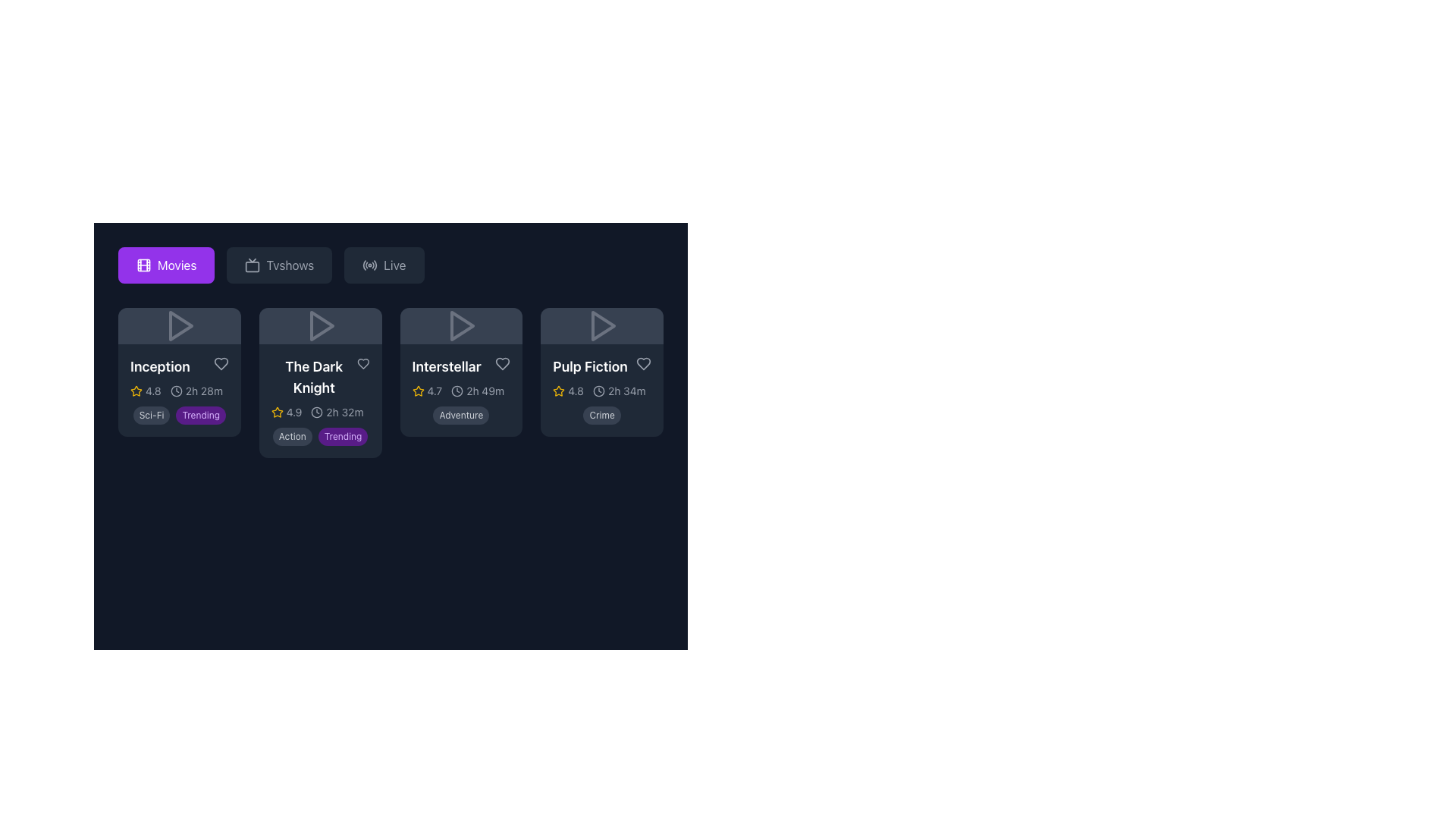 This screenshot has width=1456, height=819. Describe the element at coordinates (177, 265) in the screenshot. I see `the 'Movies' text element, which is displayed in a stylized font on a purple rectangular button with rounded corners, located in the upper-left portion of the movie browsing application` at that location.